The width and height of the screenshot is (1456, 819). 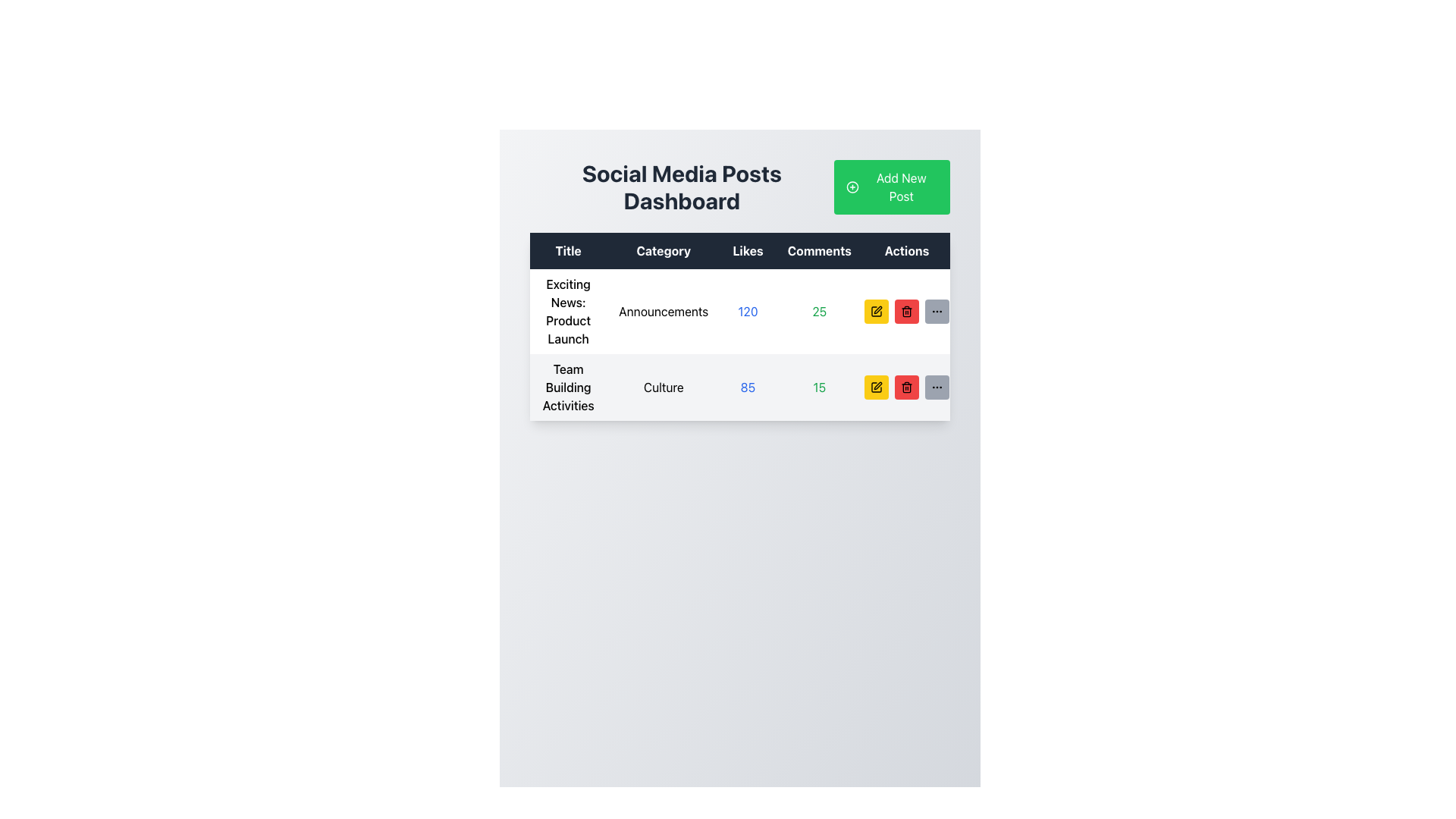 I want to click on the red square button with a trashcan icon, located in the middle of the 'Actions' column in the second row of the table, so click(x=906, y=386).